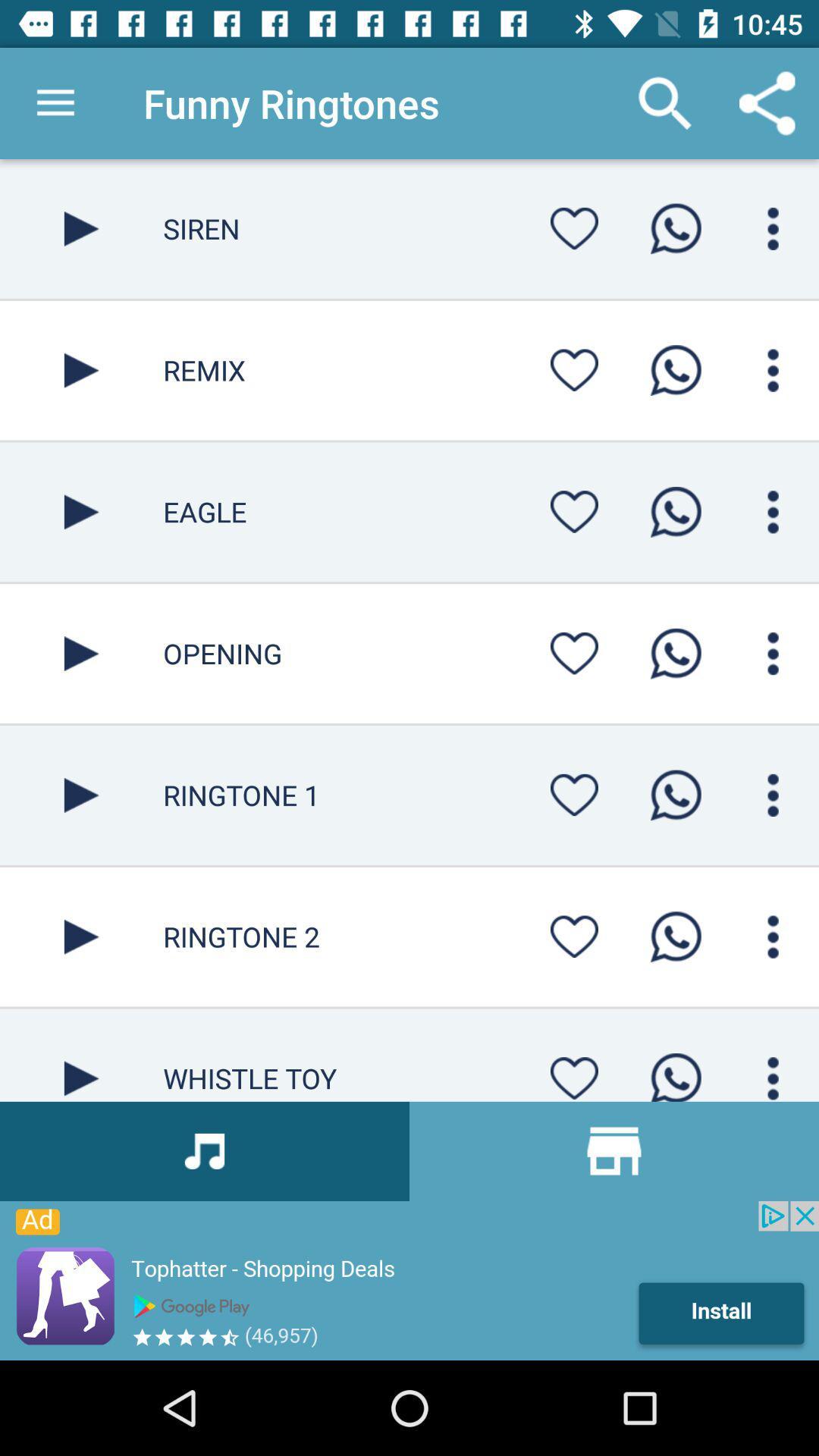 This screenshot has width=819, height=1456. Describe the element at coordinates (675, 654) in the screenshot. I see `whatapp call page` at that location.